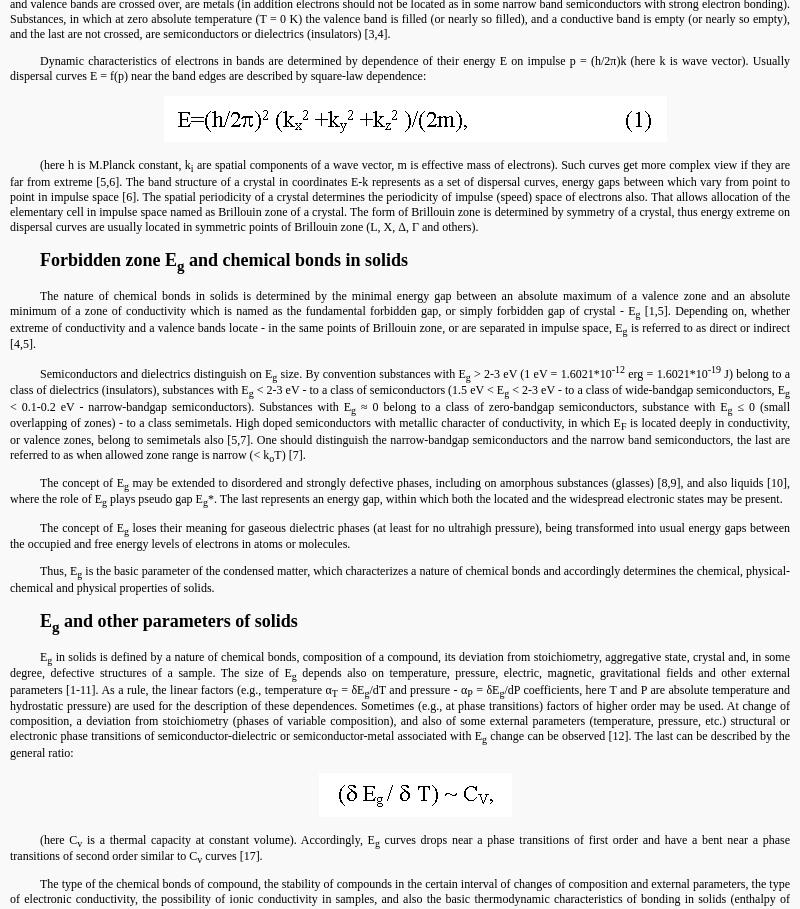  Describe the element at coordinates (400, 68) in the screenshot. I see `'Dynamic characteristics of electrons in bands are determined by dependence of their energy E on impulse p = (h/2π)k (here k is wave vector). Usually dispersal curves E = f(p) near the band edges are described by square-law dependence:'` at that location.